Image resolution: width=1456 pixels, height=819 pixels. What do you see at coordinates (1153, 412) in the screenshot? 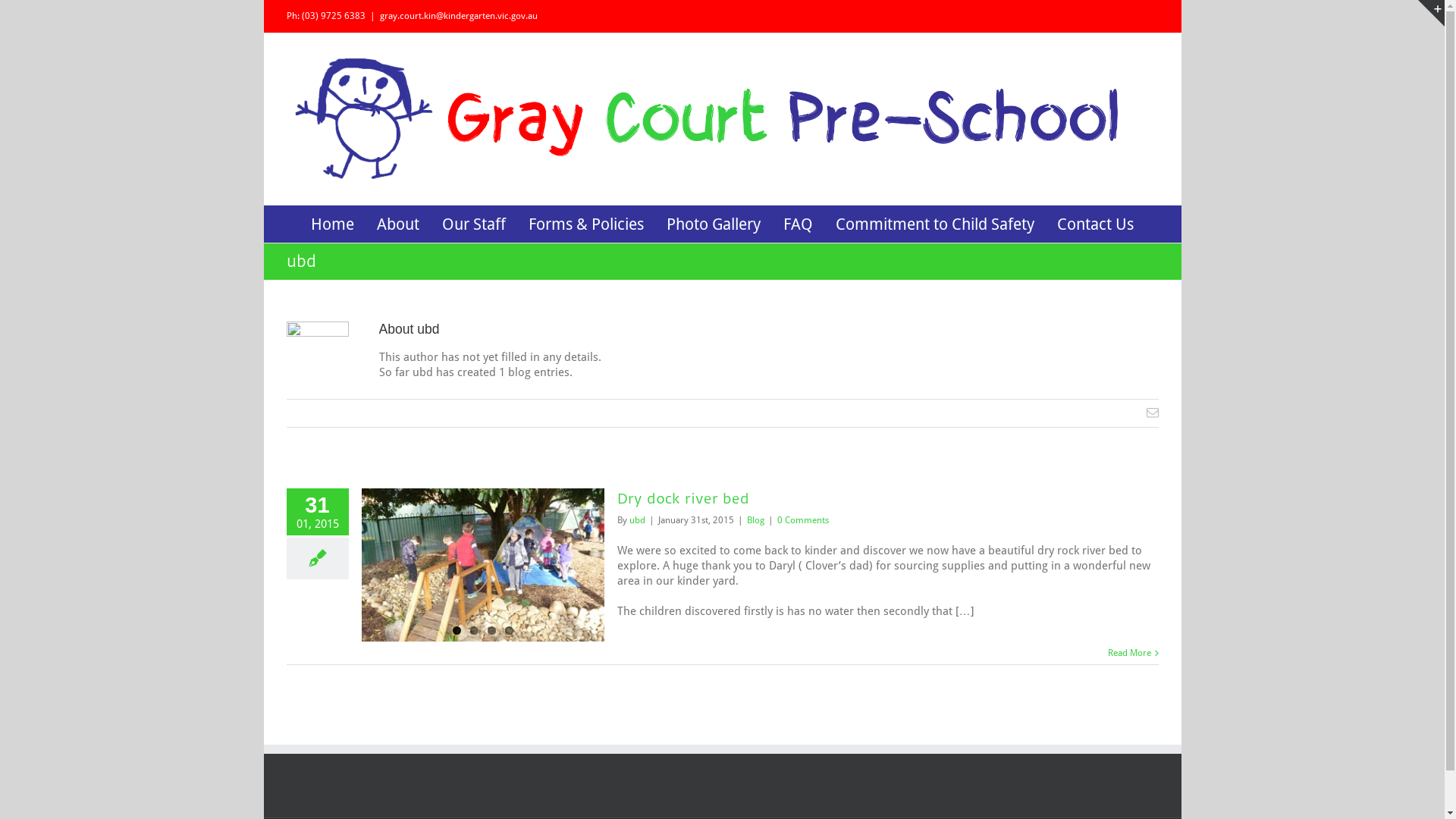
I see `'Mail'` at bounding box center [1153, 412].